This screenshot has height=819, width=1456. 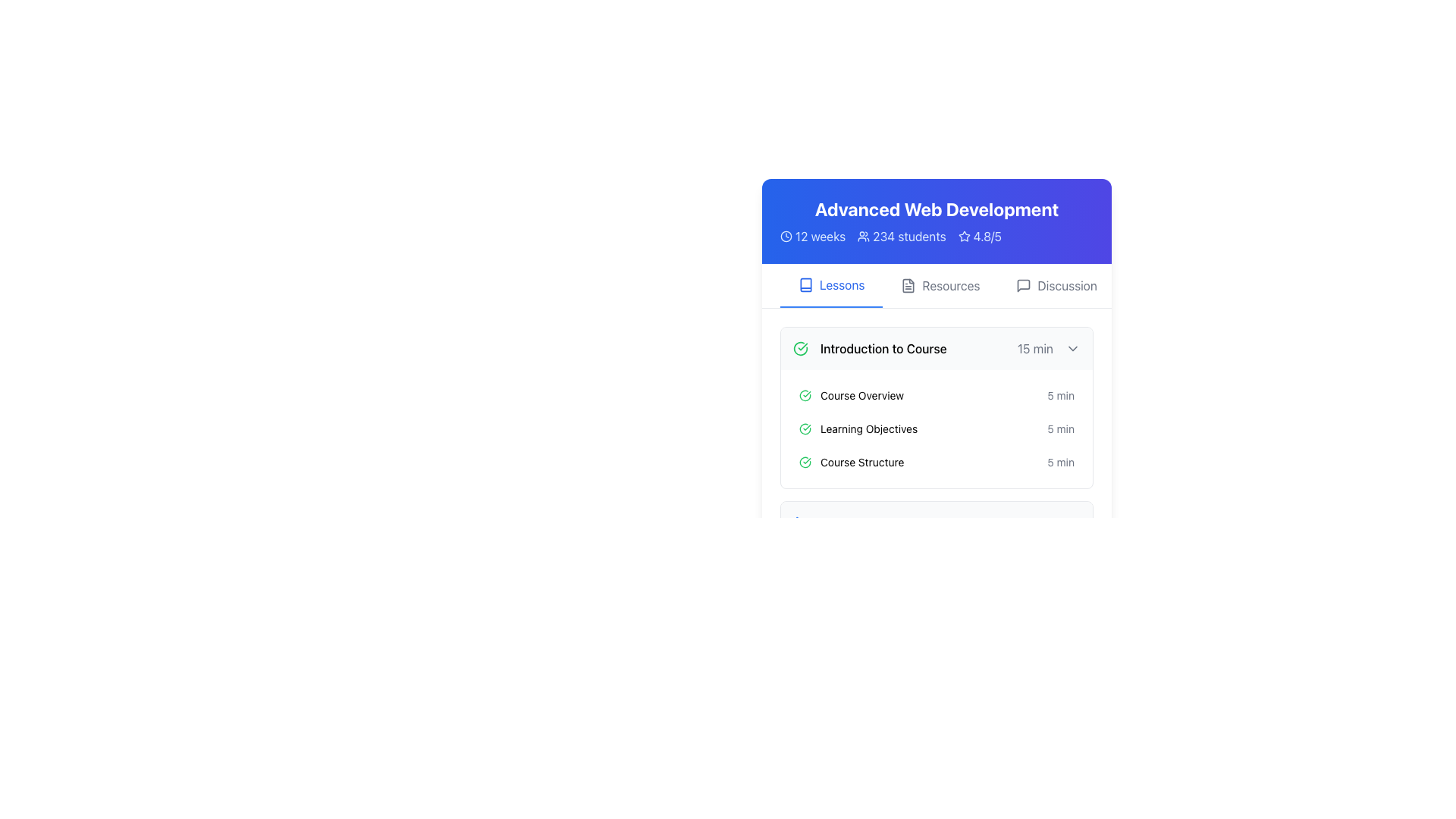 I want to click on the small, circular green checkmark icon that is located to the left of the 'Course Overview' text in the 'Introduction to Course' section, so click(x=804, y=394).